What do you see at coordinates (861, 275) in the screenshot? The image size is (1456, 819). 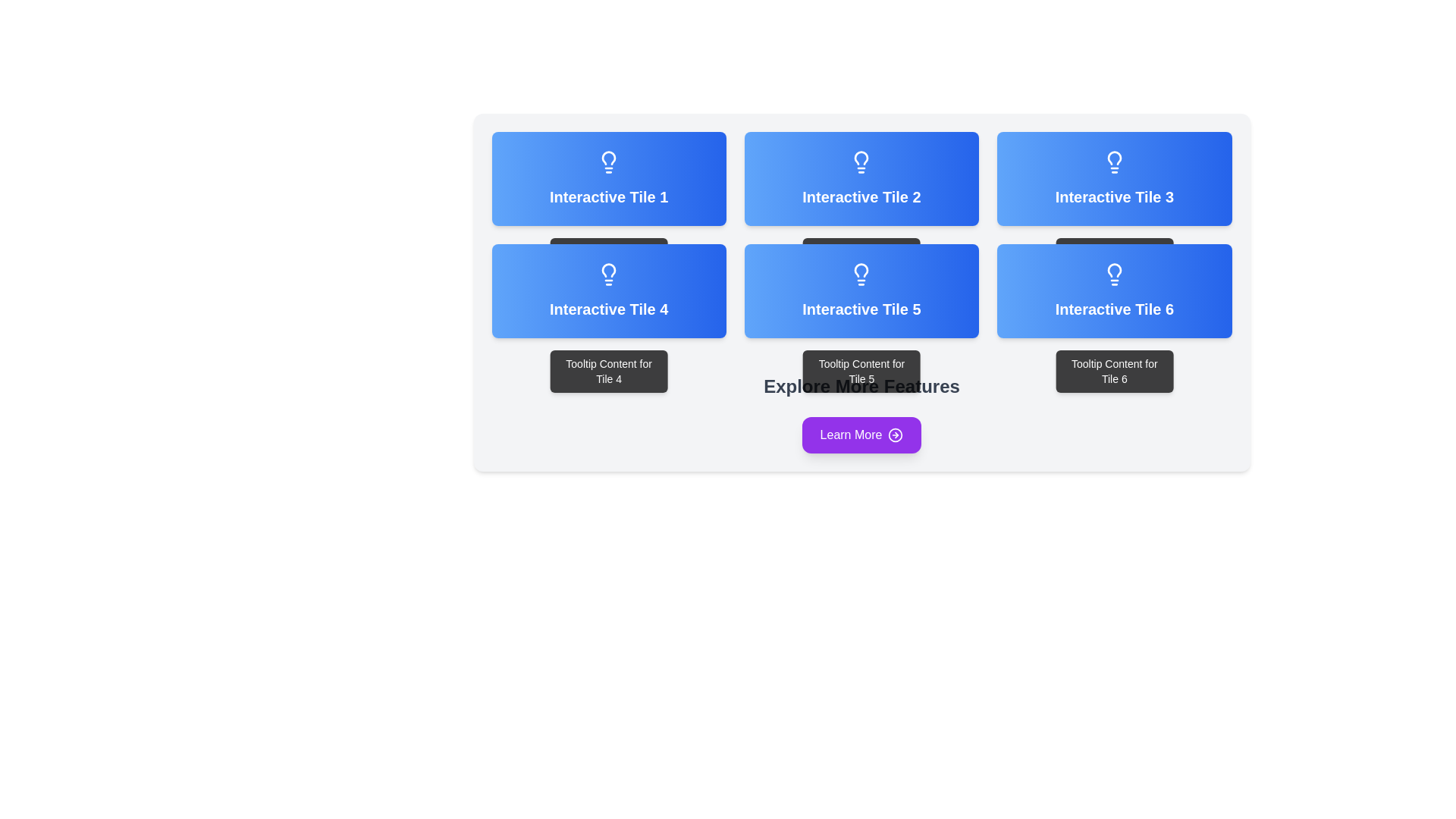 I see `the lightbulb icon located in the fifth tile of the bottom row labeled 'Interactive Tile 5'` at bounding box center [861, 275].